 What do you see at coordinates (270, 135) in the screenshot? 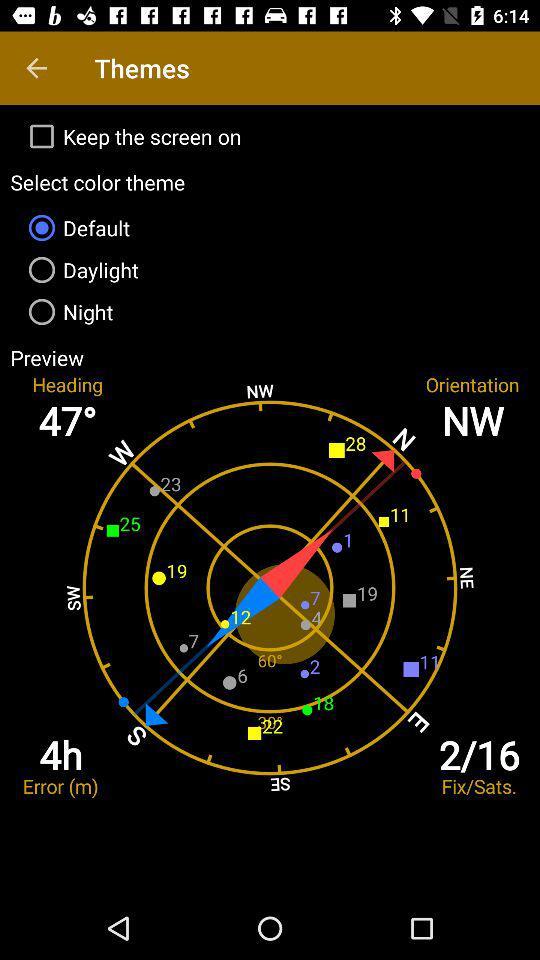
I see `keep the screen item` at bounding box center [270, 135].